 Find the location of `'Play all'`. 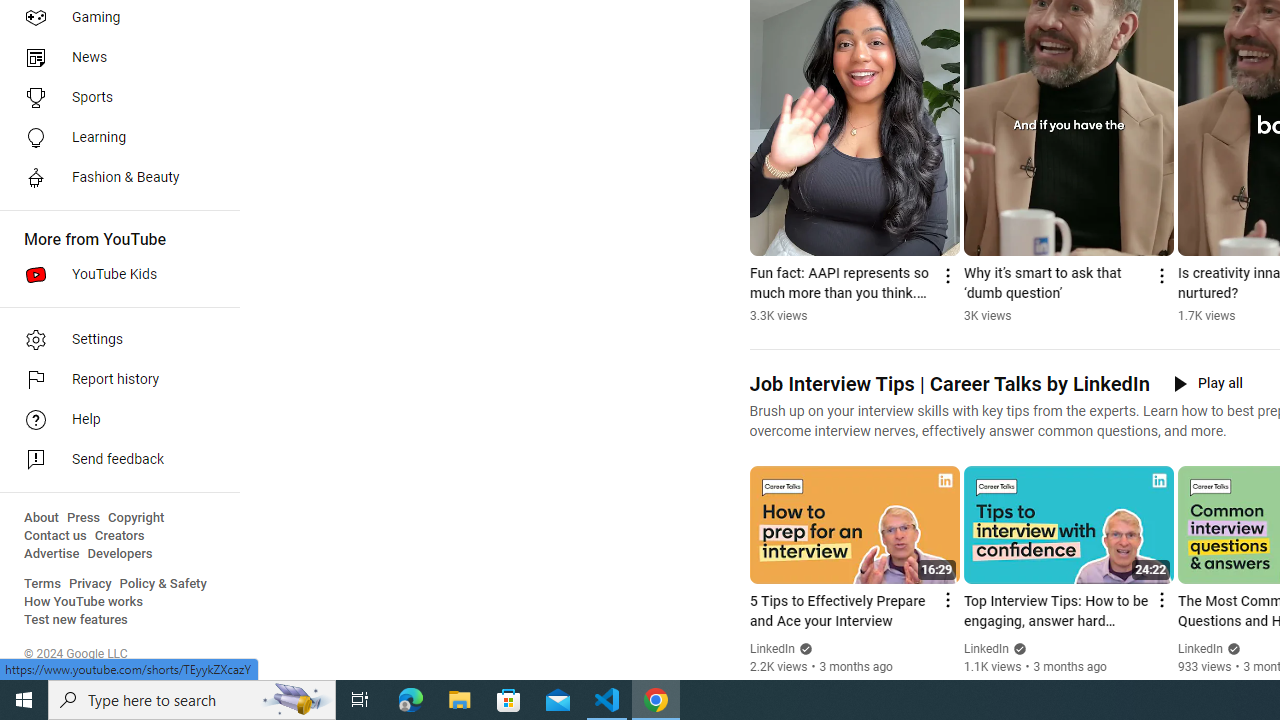

'Play all' is located at coordinates (1207, 384).